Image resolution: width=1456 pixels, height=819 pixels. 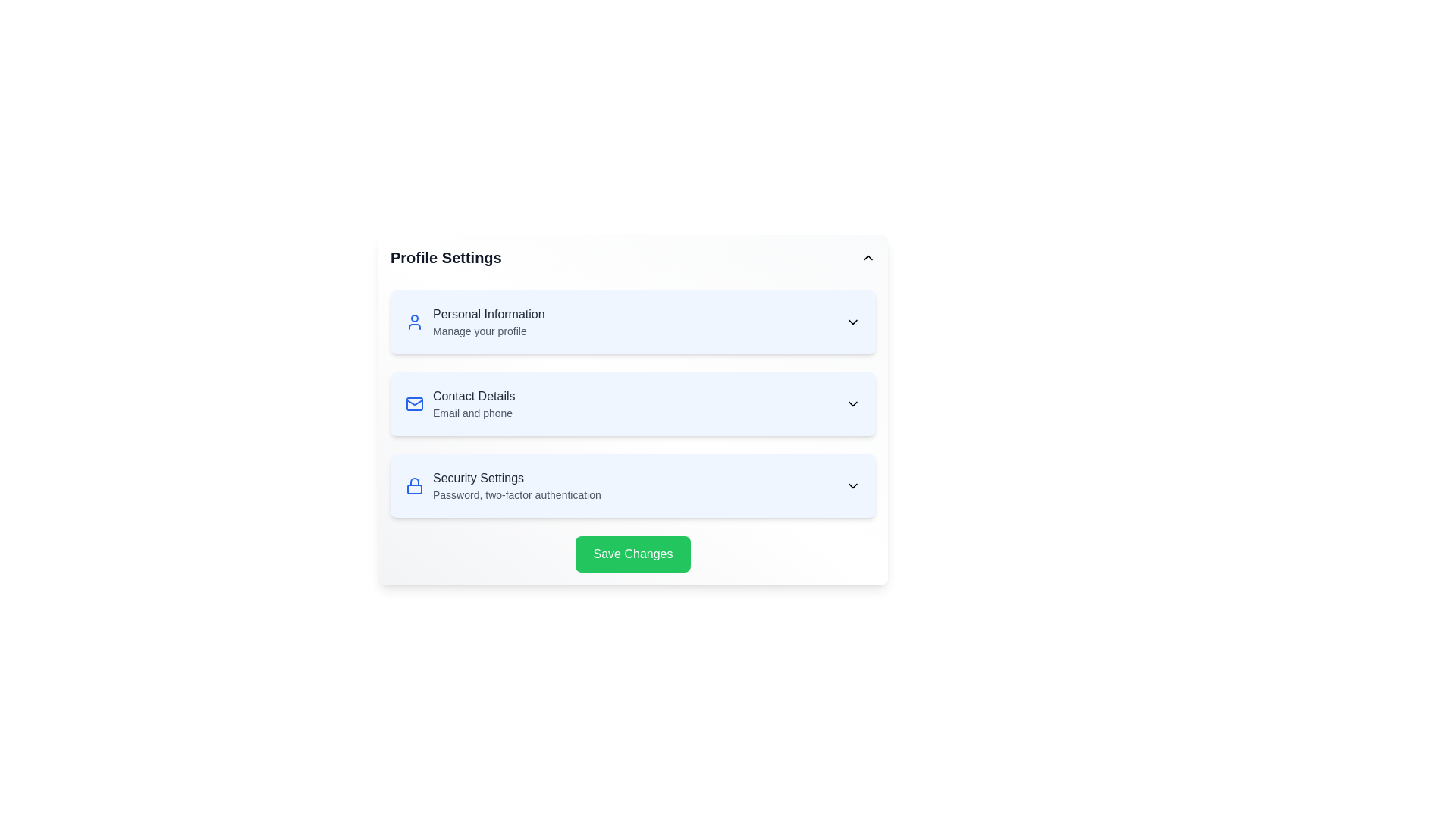 What do you see at coordinates (415, 403) in the screenshot?
I see `the outlined blue email icon located in the 'Contact Details' section, positioned to the left of the text 'Contact Details' and 'Email and phone'` at bounding box center [415, 403].